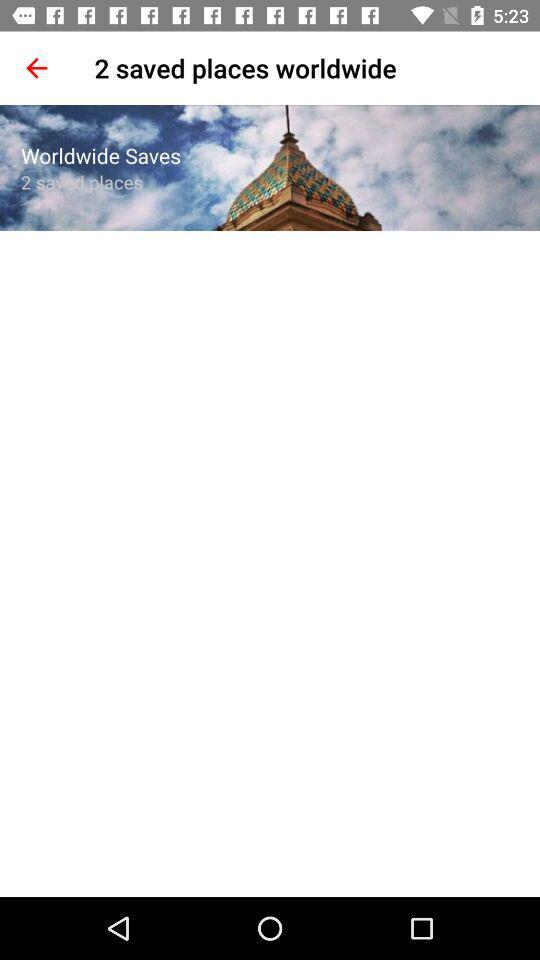 This screenshot has height=960, width=540. What do you see at coordinates (36, 68) in the screenshot?
I see `the item to the left of the 2 saved places icon` at bounding box center [36, 68].